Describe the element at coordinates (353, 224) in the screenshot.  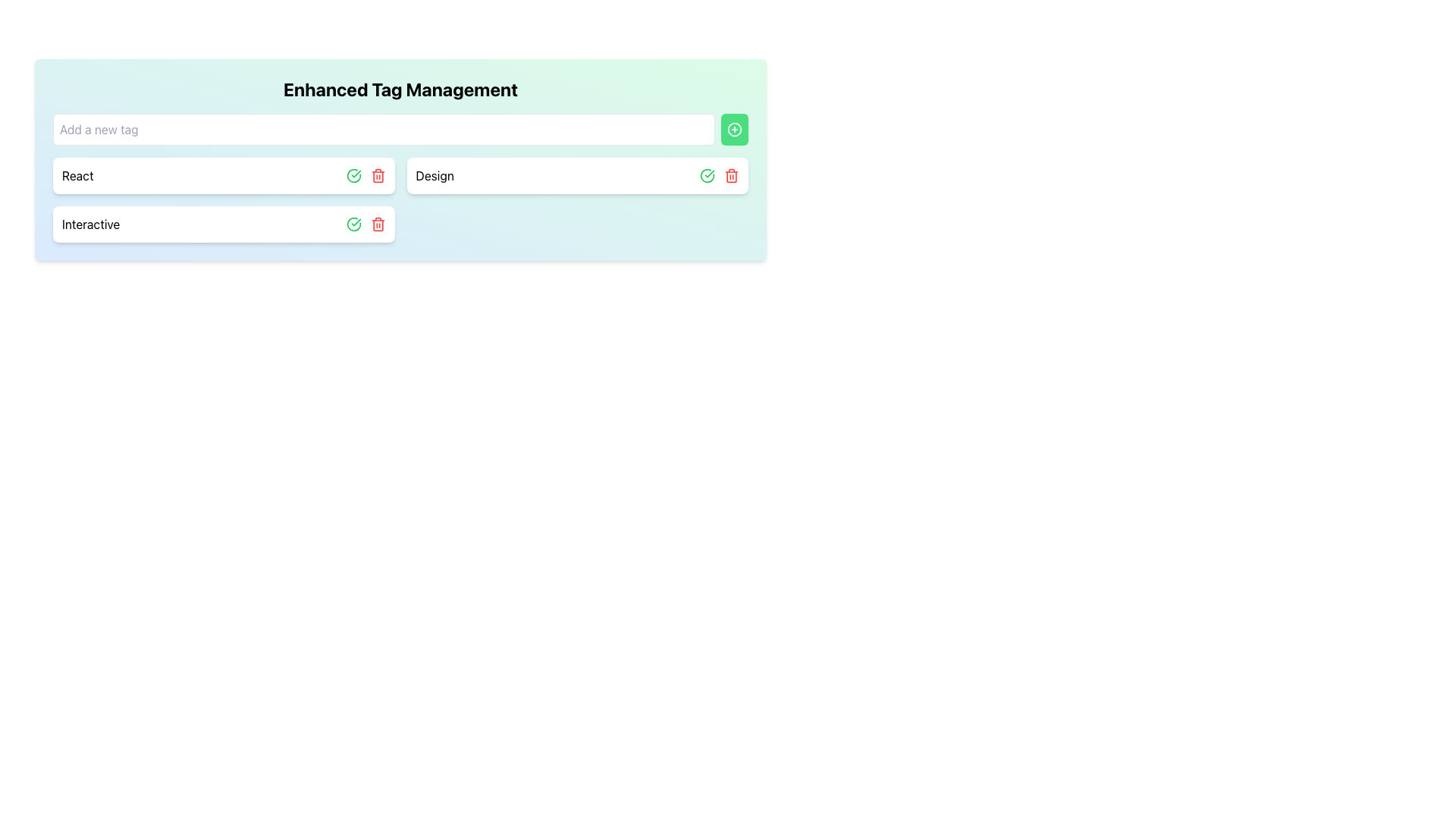
I see `the circular green outlined icon with a checkmark inside it to confirm the action associated with the tag` at that location.